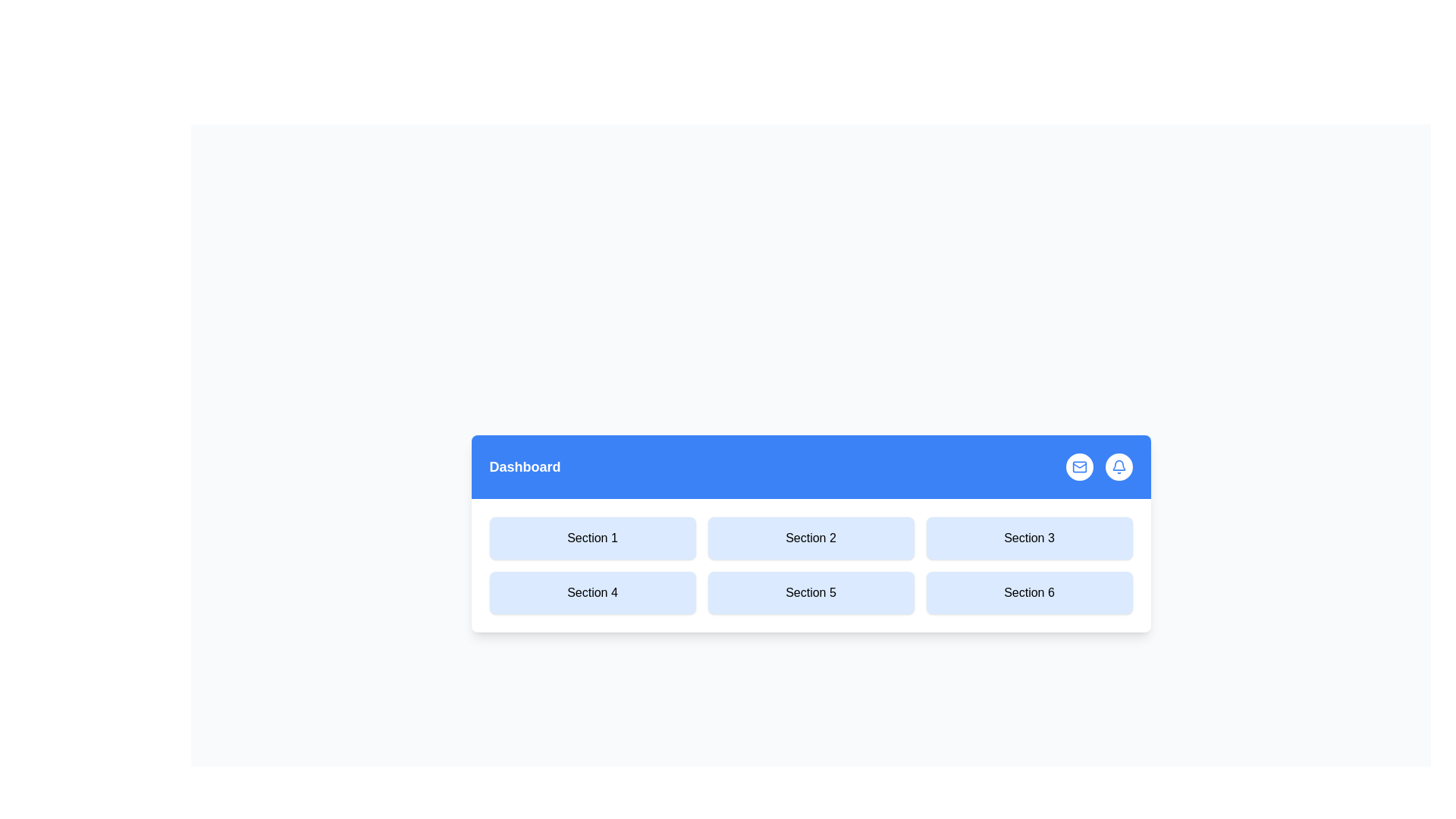 The height and width of the screenshot is (819, 1456). Describe the element at coordinates (1029, 592) in the screenshot. I see `the non-interactive button-like UI component representing 'Section 6' located in the second row and third column of the grid layout` at that location.